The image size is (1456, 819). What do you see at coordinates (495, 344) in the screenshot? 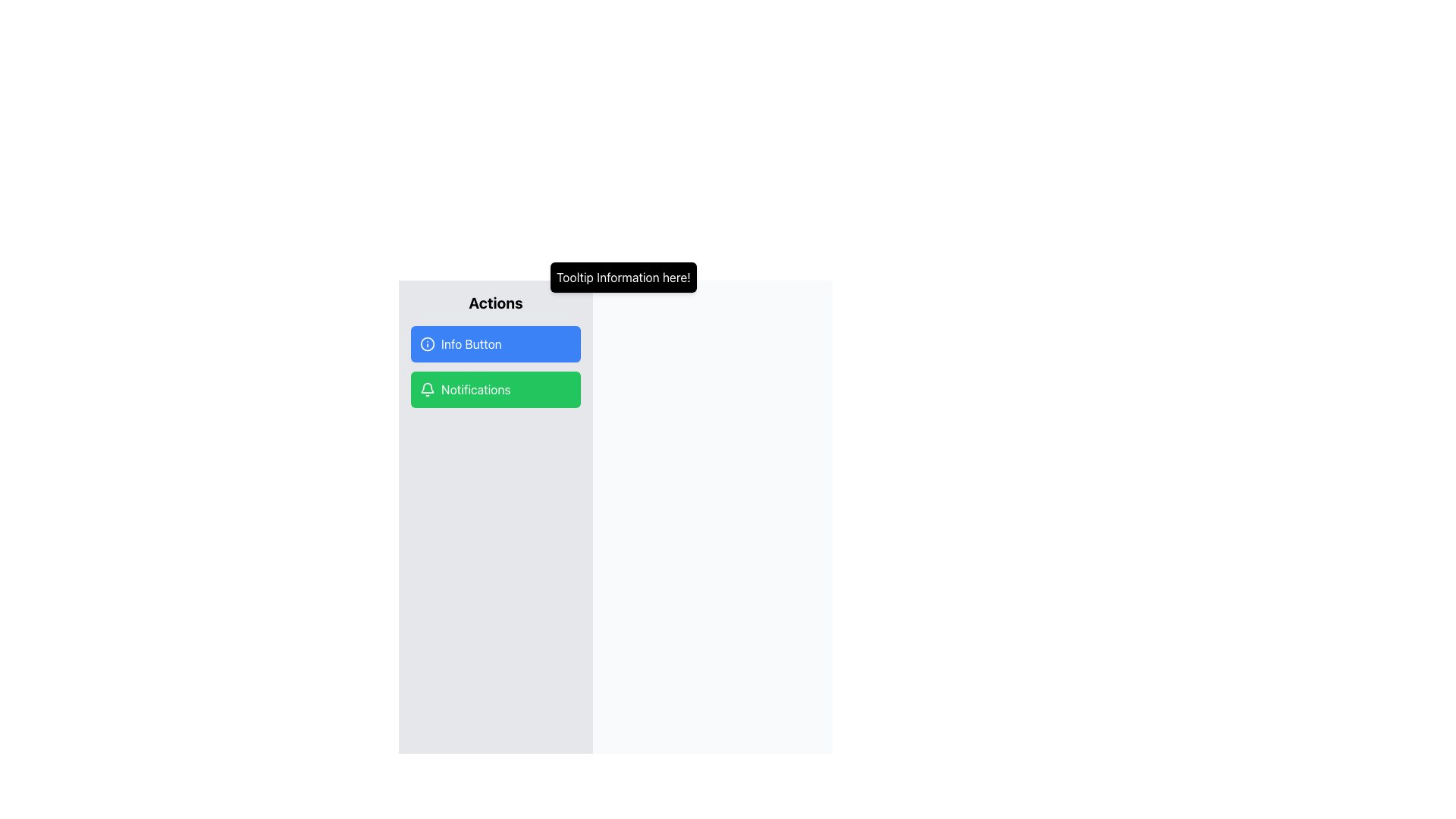
I see `the button located in the vertical menu under the heading 'Actions'` at bounding box center [495, 344].